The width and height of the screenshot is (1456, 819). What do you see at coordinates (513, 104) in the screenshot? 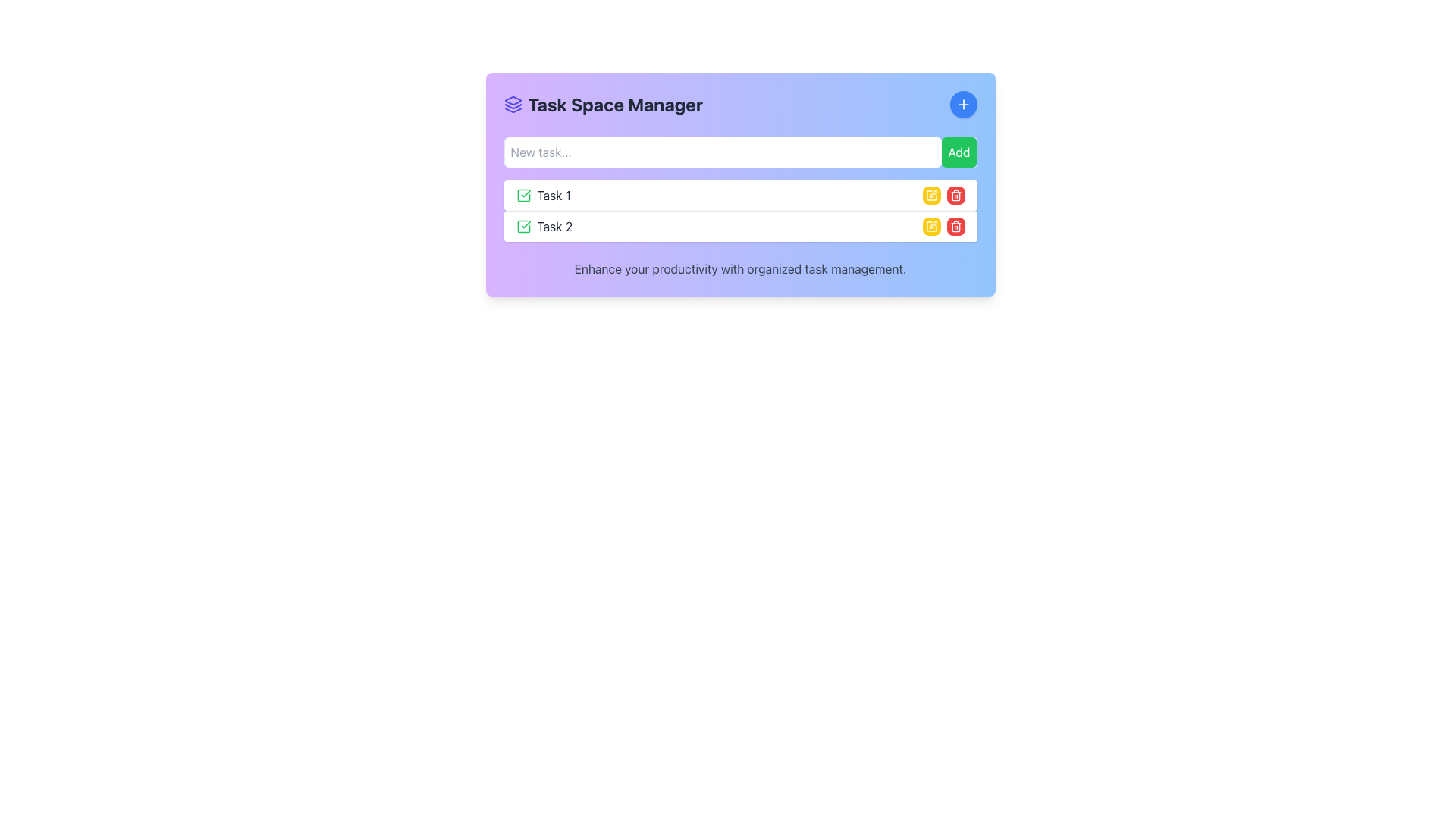
I see `the application icon located at the top-left corner of the task manager box, which is immediately to the left of the 'Task Space Manager' text` at bounding box center [513, 104].